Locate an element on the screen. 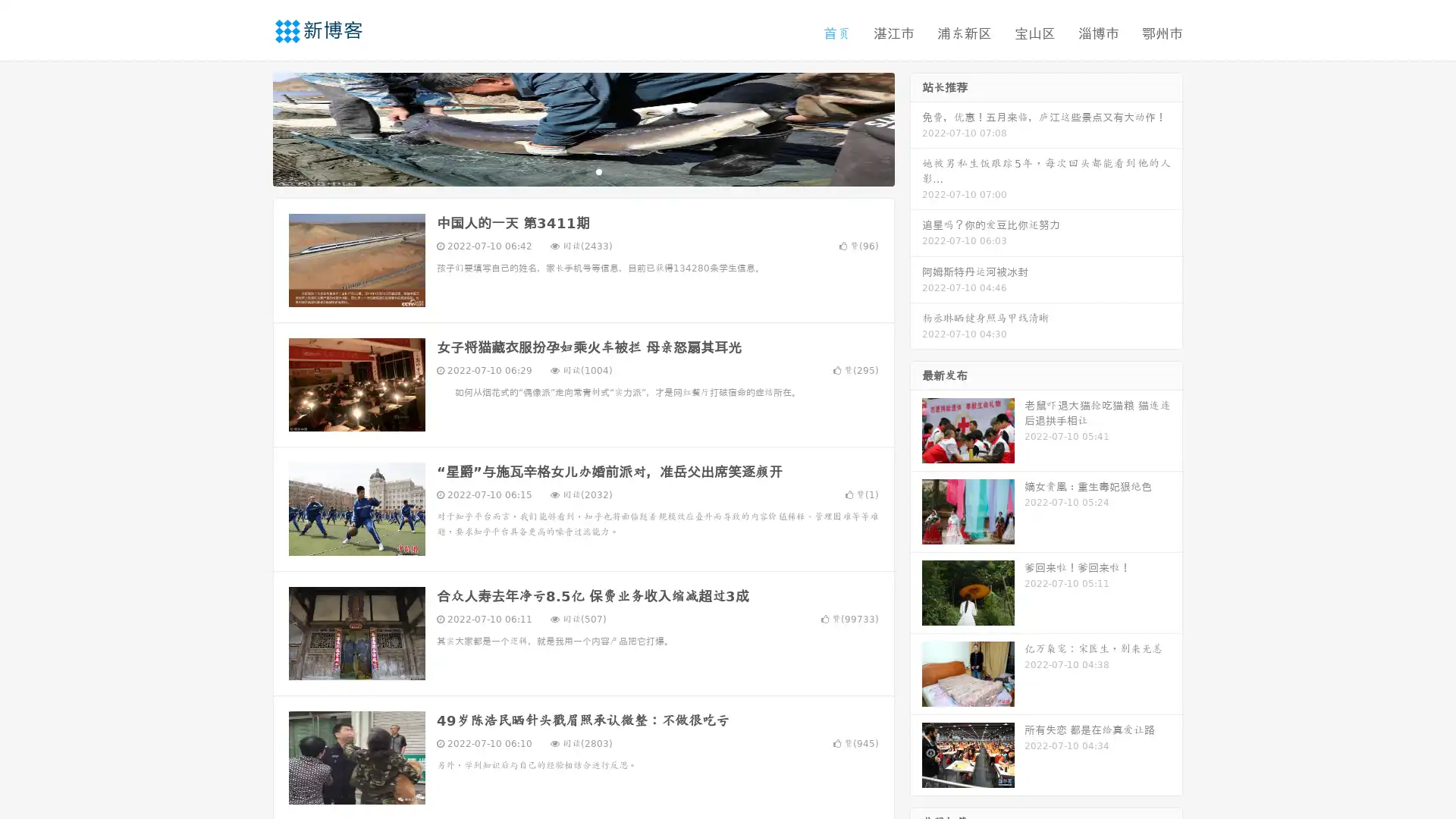  Go to slide 3 is located at coordinates (598, 171).